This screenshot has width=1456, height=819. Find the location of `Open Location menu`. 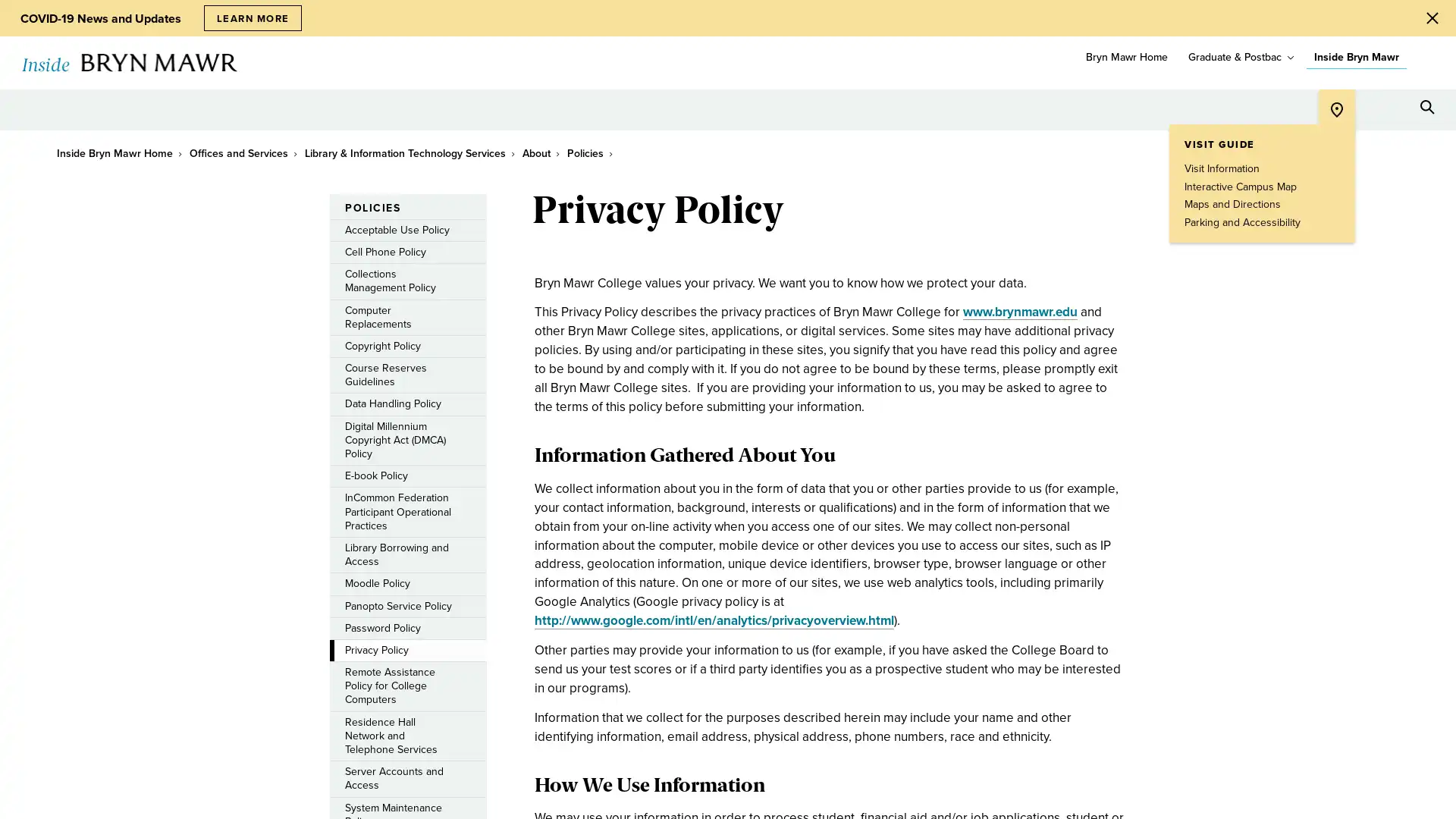

Open Location menu is located at coordinates (1314, 105).